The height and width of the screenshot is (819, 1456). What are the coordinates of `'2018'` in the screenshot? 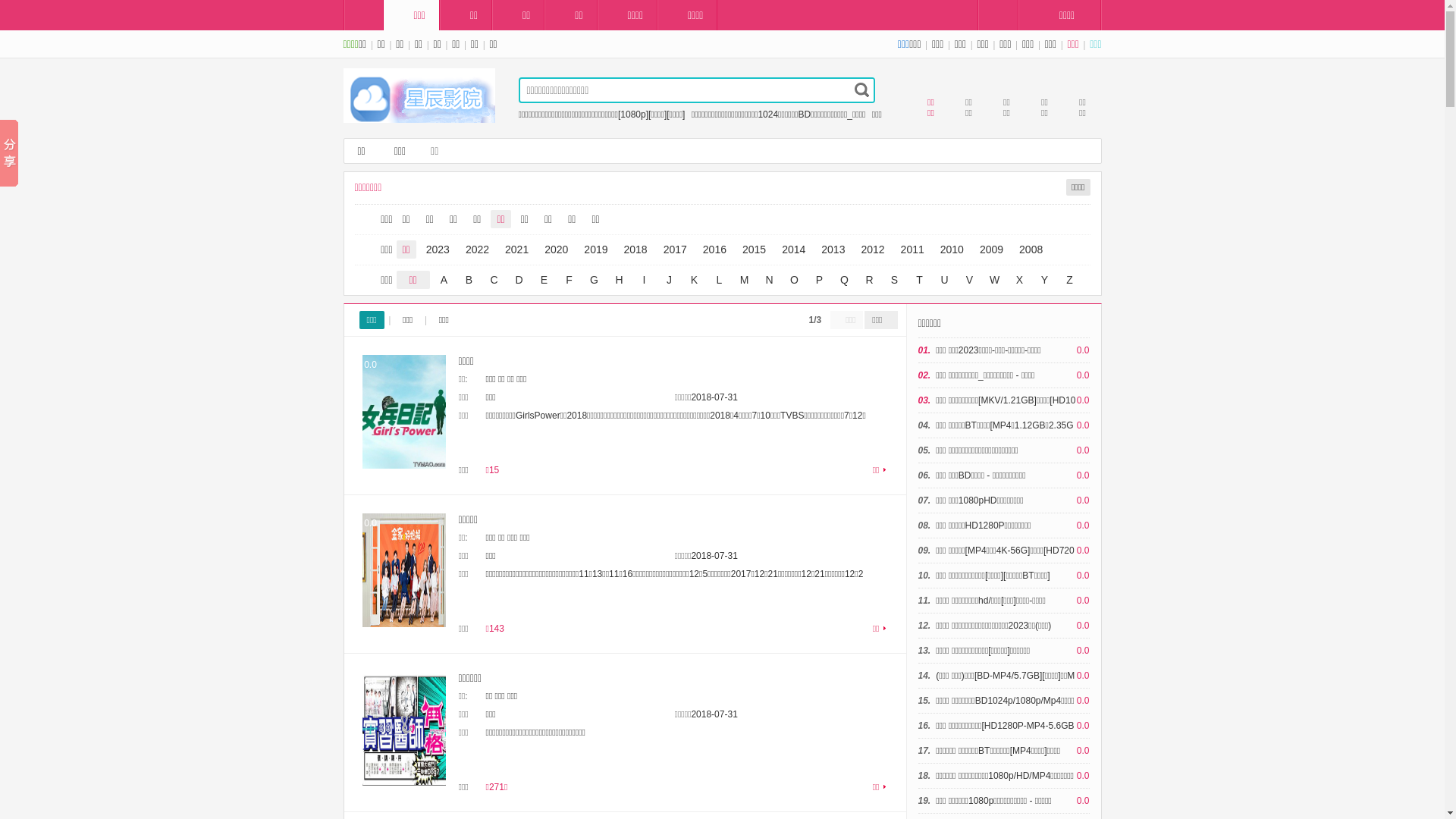 It's located at (618, 248).